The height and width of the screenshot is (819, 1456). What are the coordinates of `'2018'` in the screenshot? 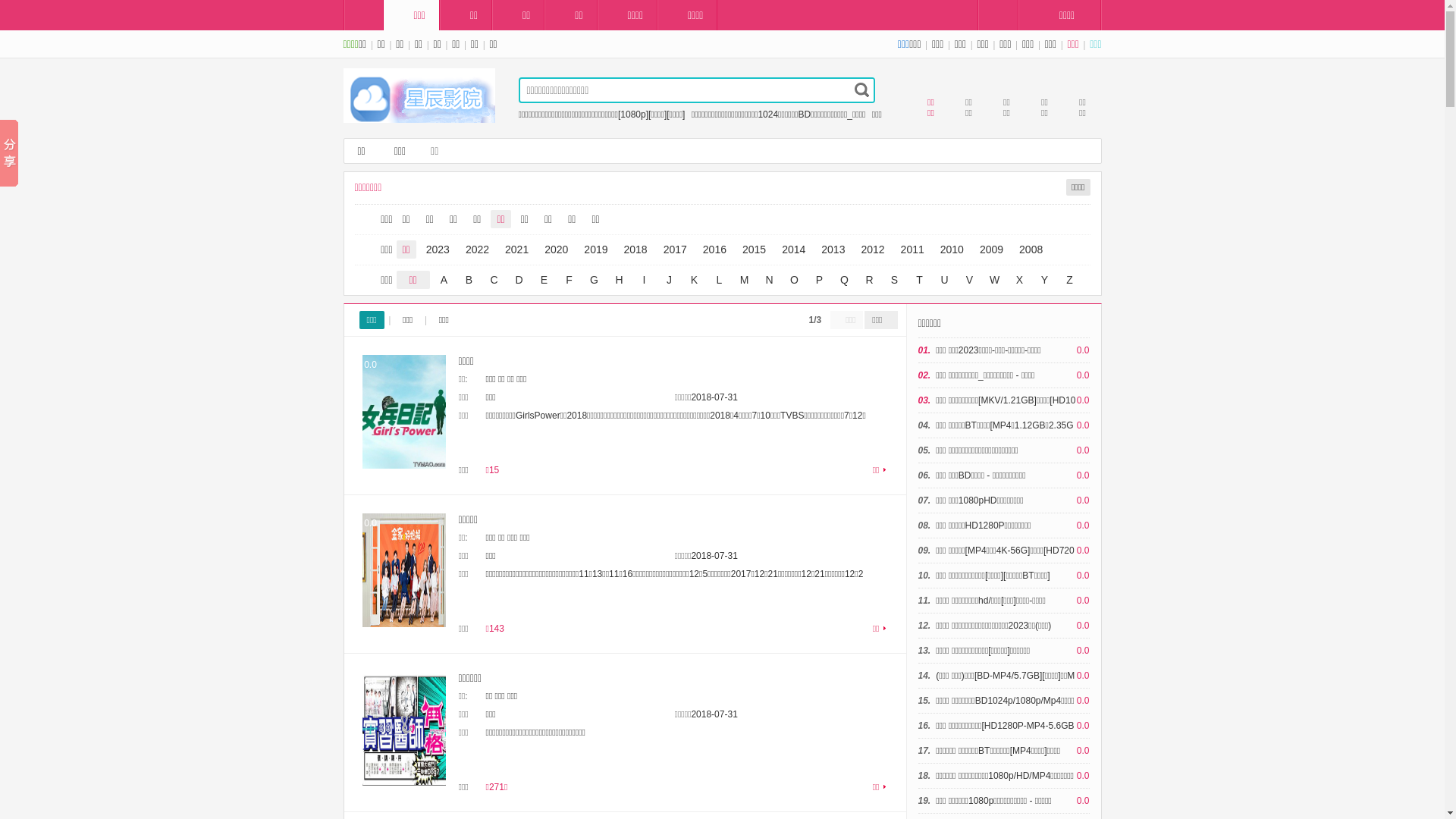 It's located at (618, 248).